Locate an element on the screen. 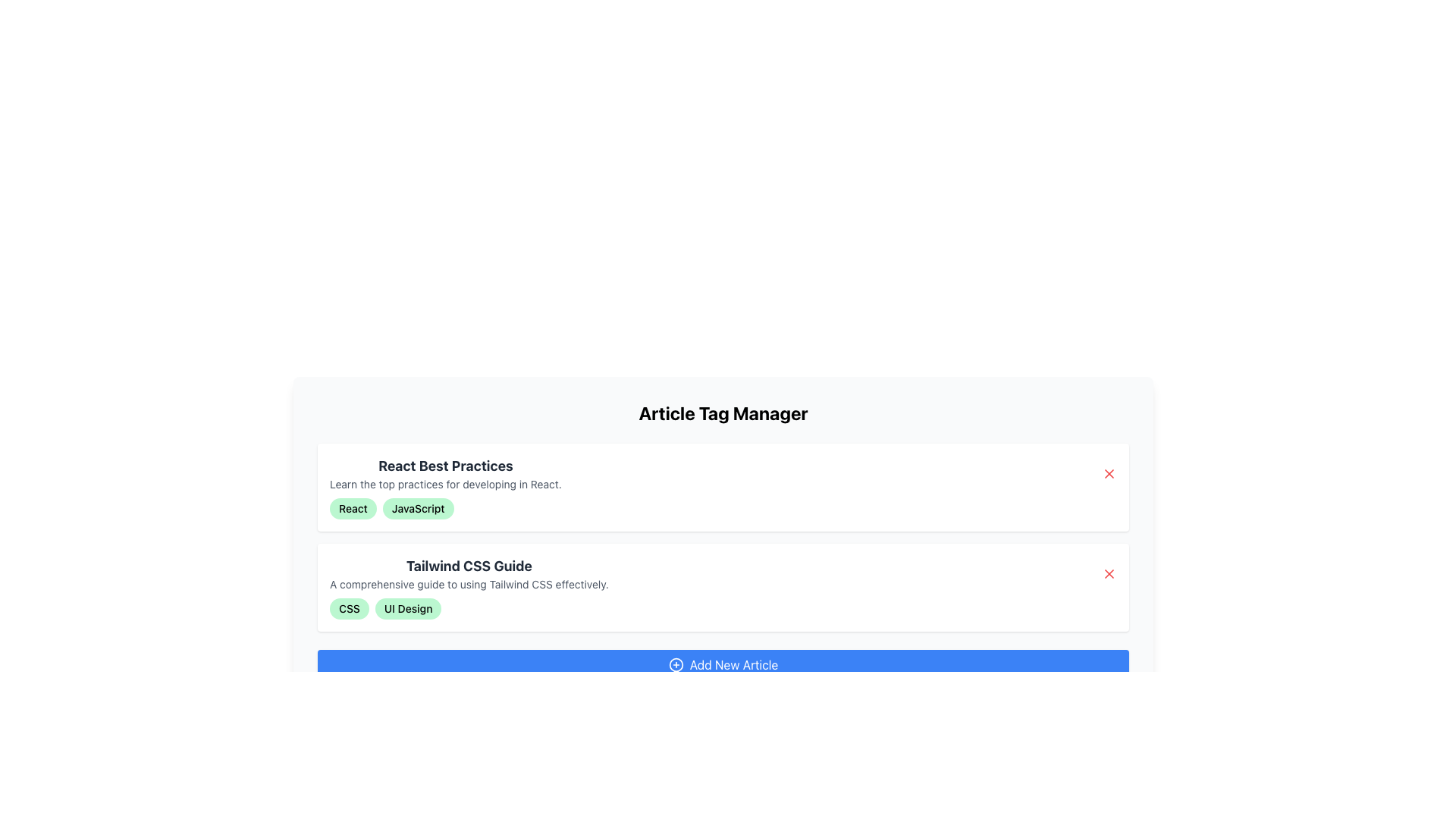 The width and height of the screenshot is (1456, 819). the red 'X' button located at the far-right edge of the first article entry is located at coordinates (1109, 472).